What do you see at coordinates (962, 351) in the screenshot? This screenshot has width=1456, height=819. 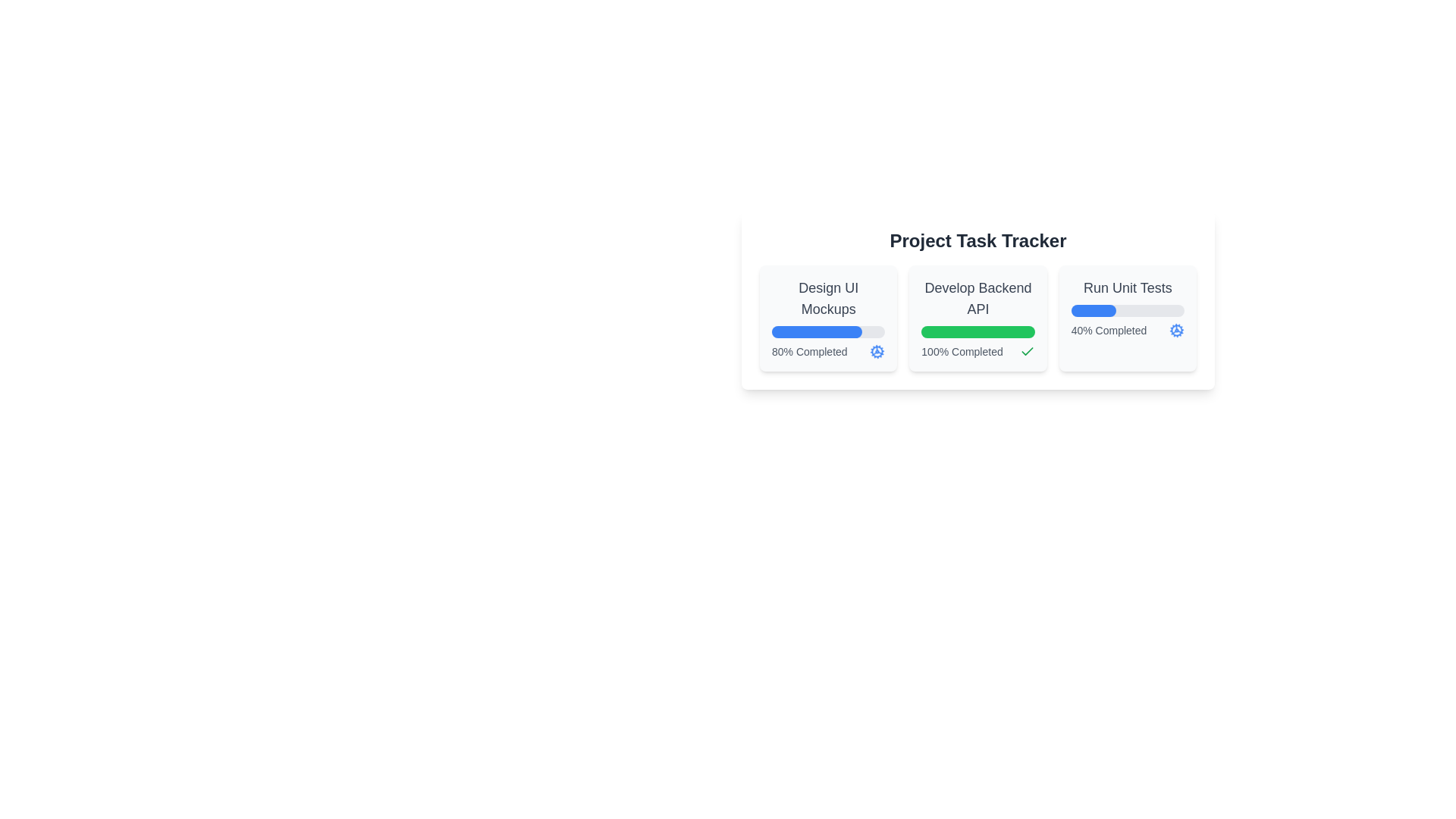 I see `text from the Text Label indicating the completion status of the 'Develop Backend API' task, which is located at the bottom-left corner of its task card` at bounding box center [962, 351].